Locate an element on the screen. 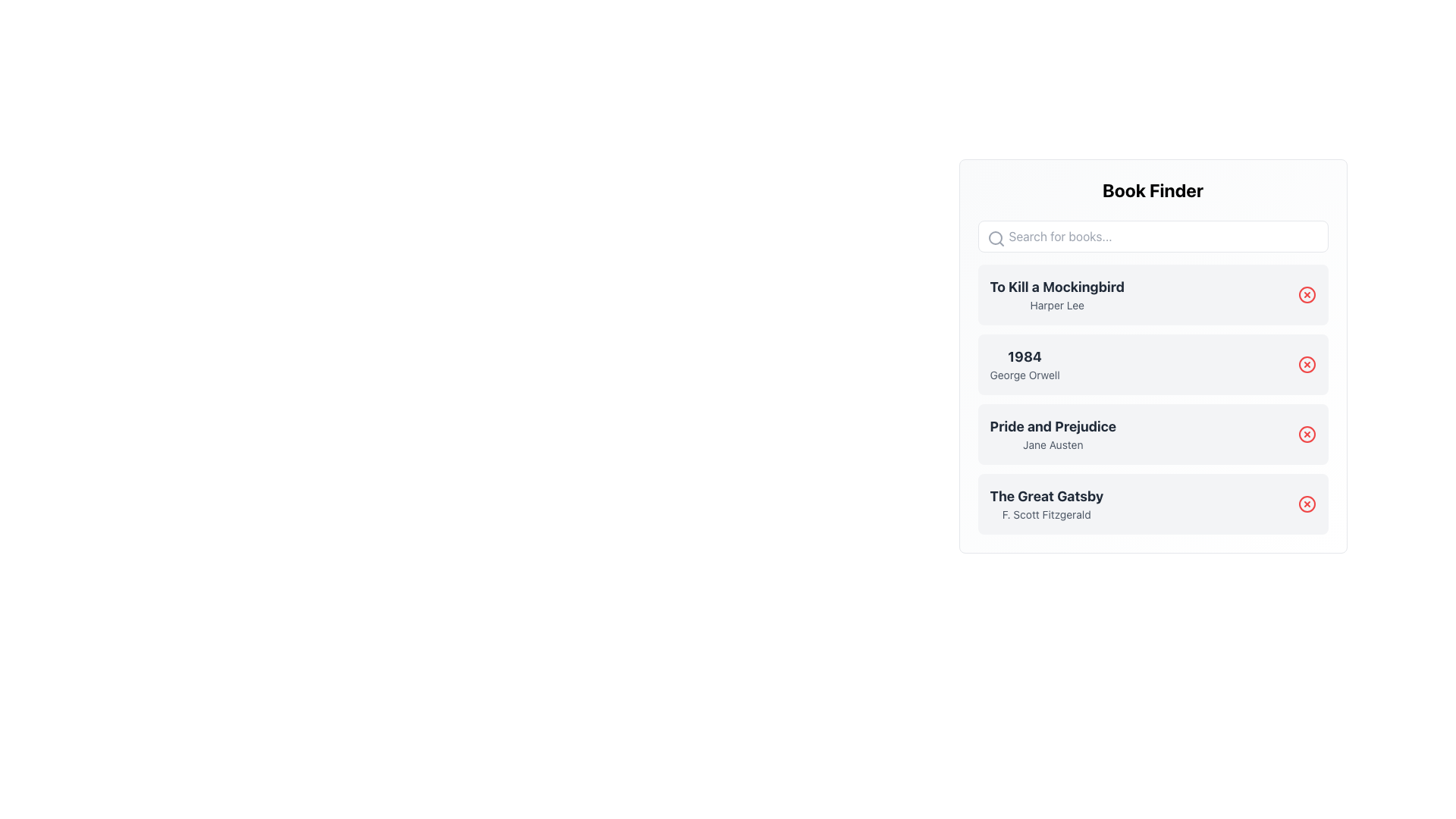  the title label for the book 'Pride and Prejudice', which is located near the center of the 'Book Finder' list is located at coordinates (1052, 427).